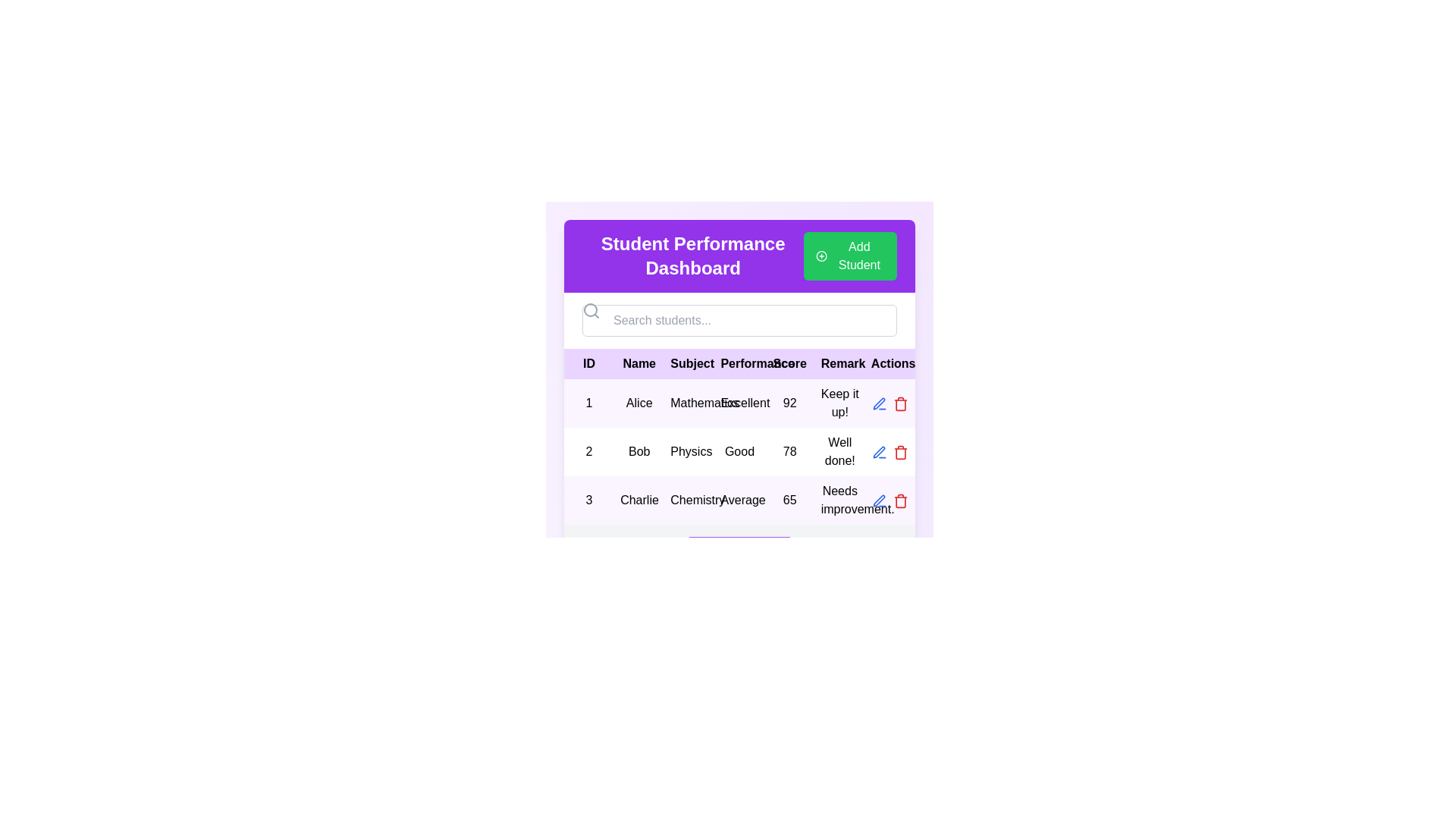  What do you see at coordinates (900, 502) in the screenshot?
I see `the trash icon in the Actions column for the entry corresponding to the student named 'Charlie'` at bounding box center [900, 502].